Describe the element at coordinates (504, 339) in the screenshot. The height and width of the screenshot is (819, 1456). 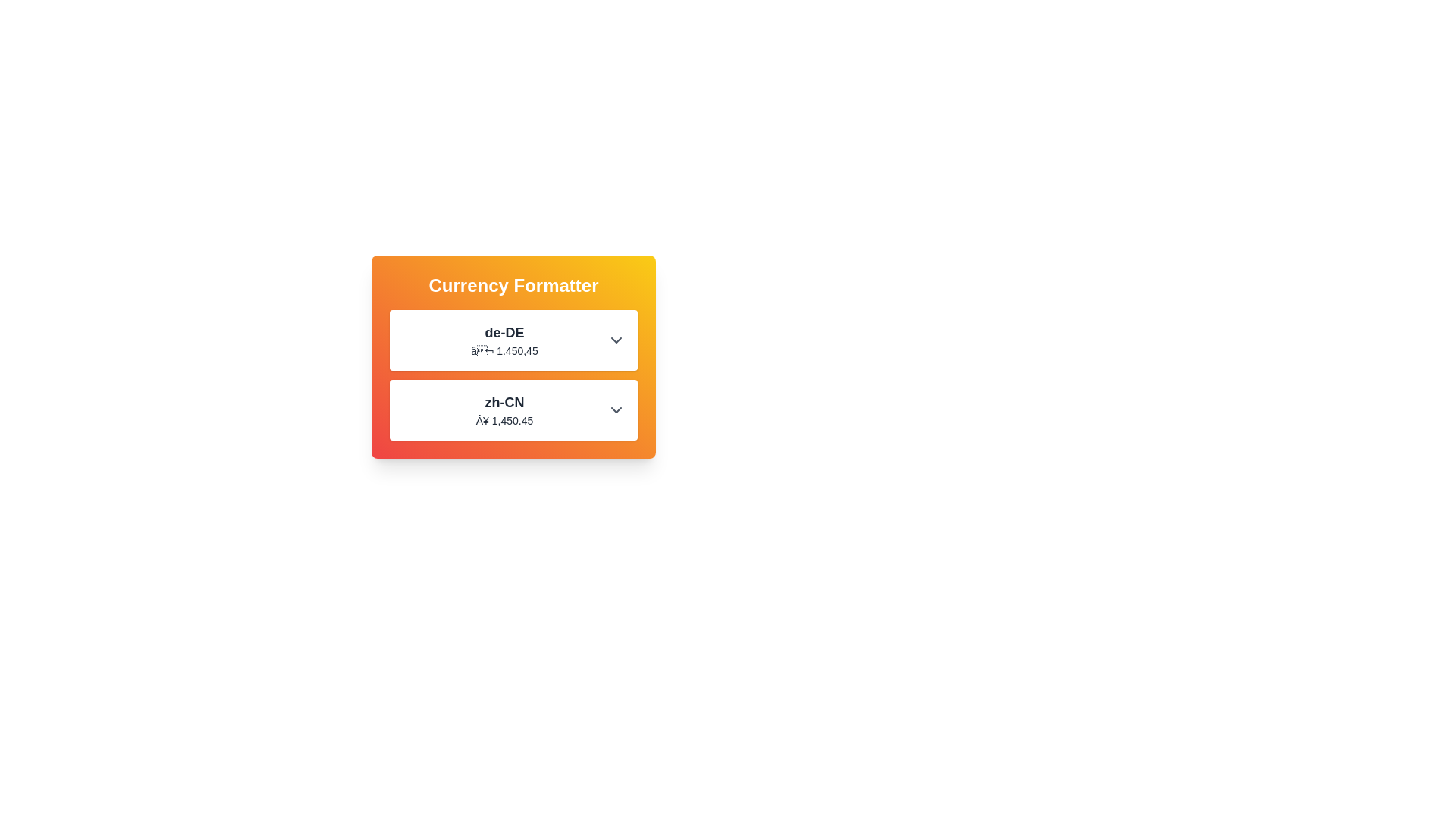
I see `the text-based UI element displaying 'de-DE' in bold and '€ 1.450,45' below it within the 'Currency Formatter' module` at that location.